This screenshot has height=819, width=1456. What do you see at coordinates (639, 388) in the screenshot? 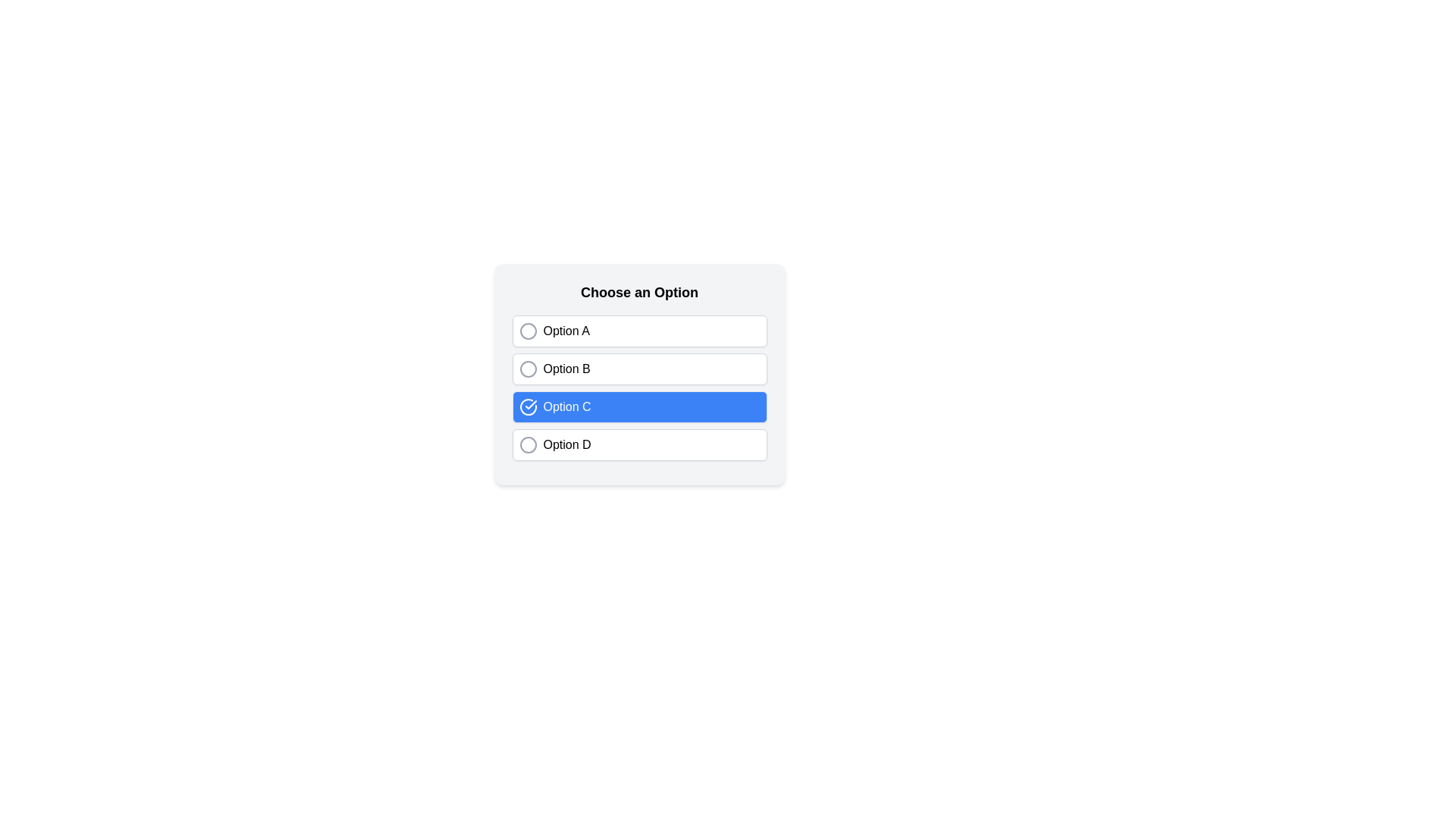
I see `the radio button labeled 'Option C', which is the third option in a vertical list of selectable options with a blue background and white checkmark icon` at bounding box center [639, 388].